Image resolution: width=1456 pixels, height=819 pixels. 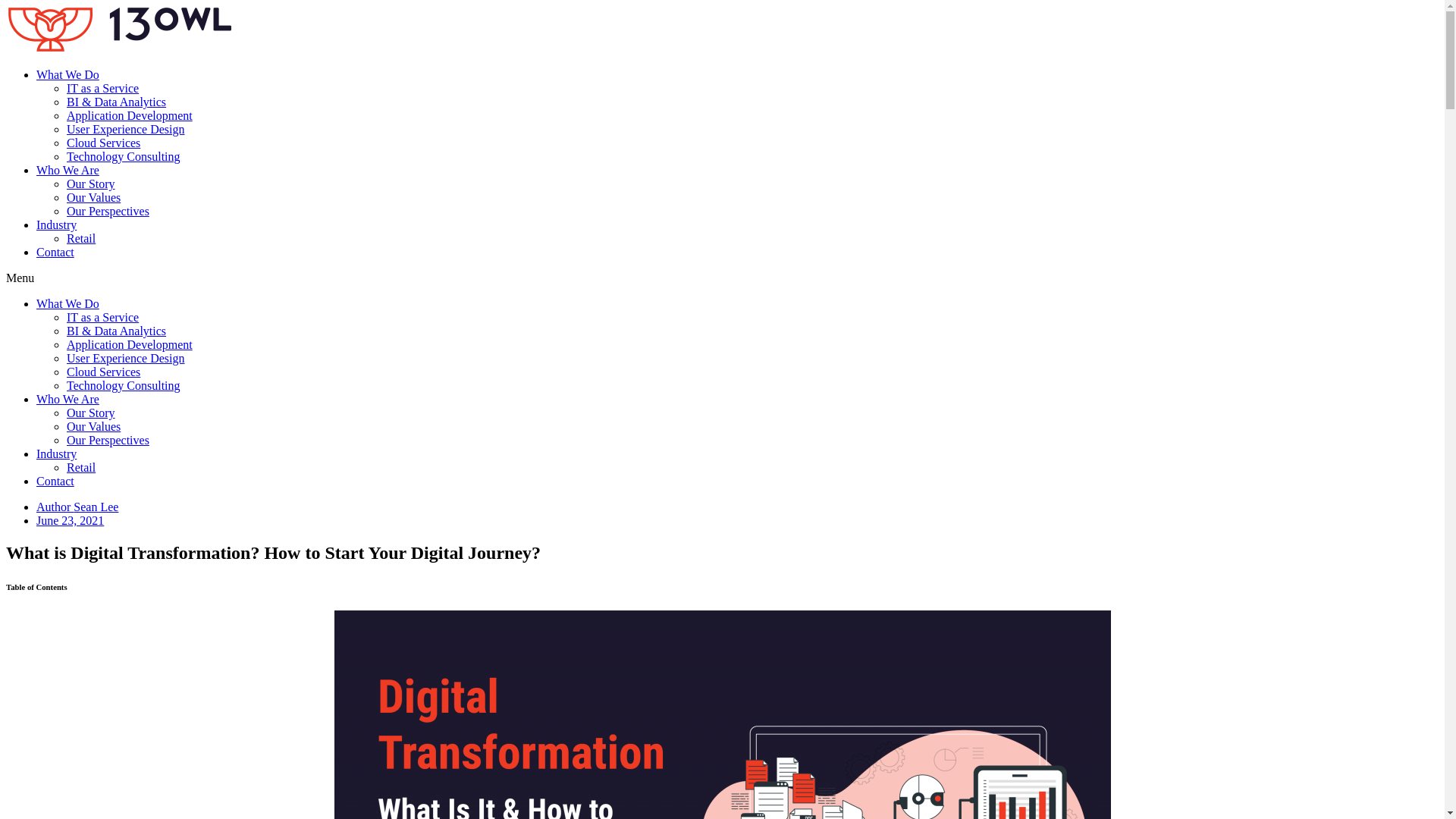 I want to click on 'Our Perspectives', so click(x=107, y=440).